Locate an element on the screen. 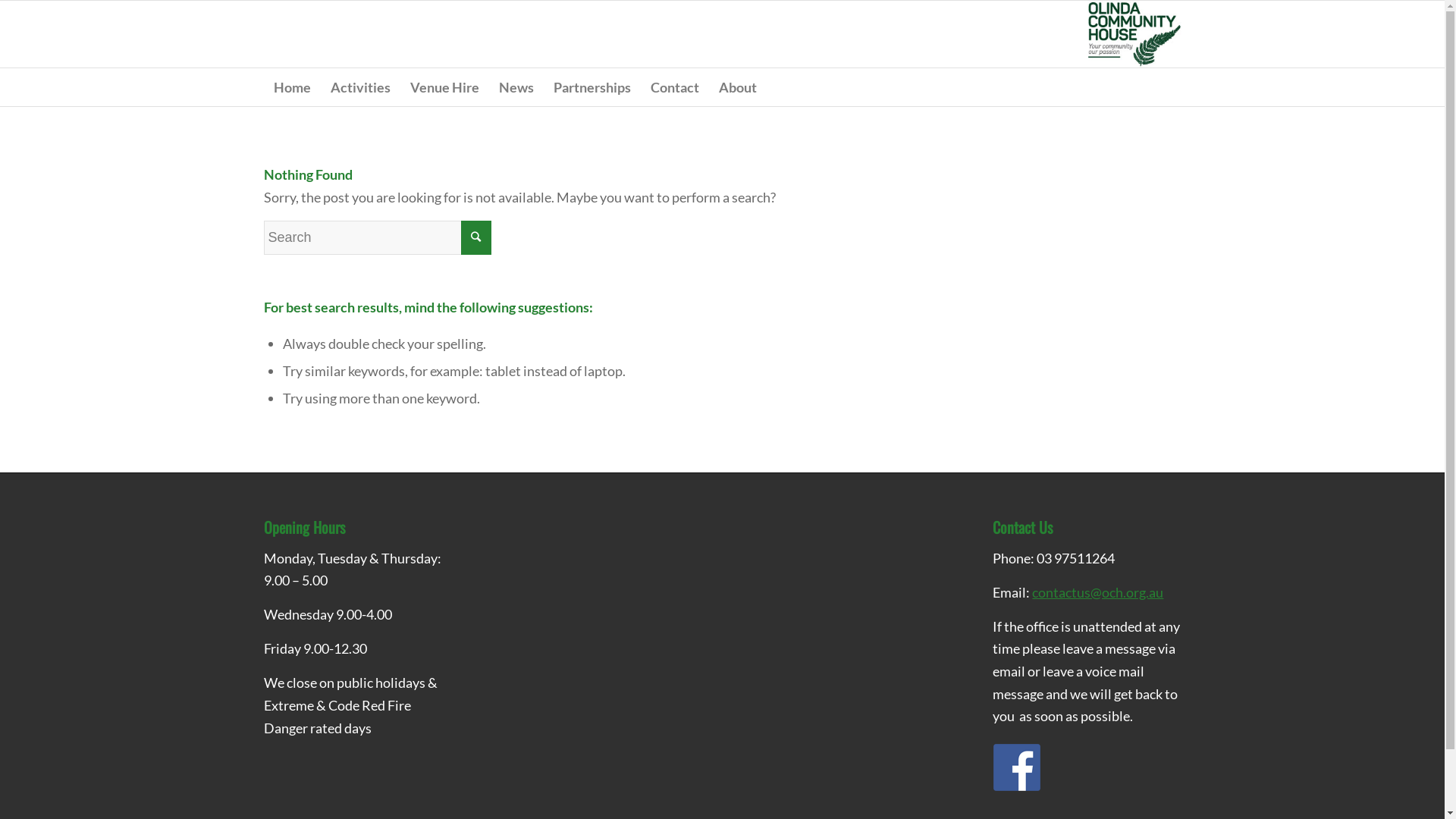 Image resolution: width=1456 pixels, height=819 pixels. 'Facebook_64x64_01' is located at coordinates (1016, 767).